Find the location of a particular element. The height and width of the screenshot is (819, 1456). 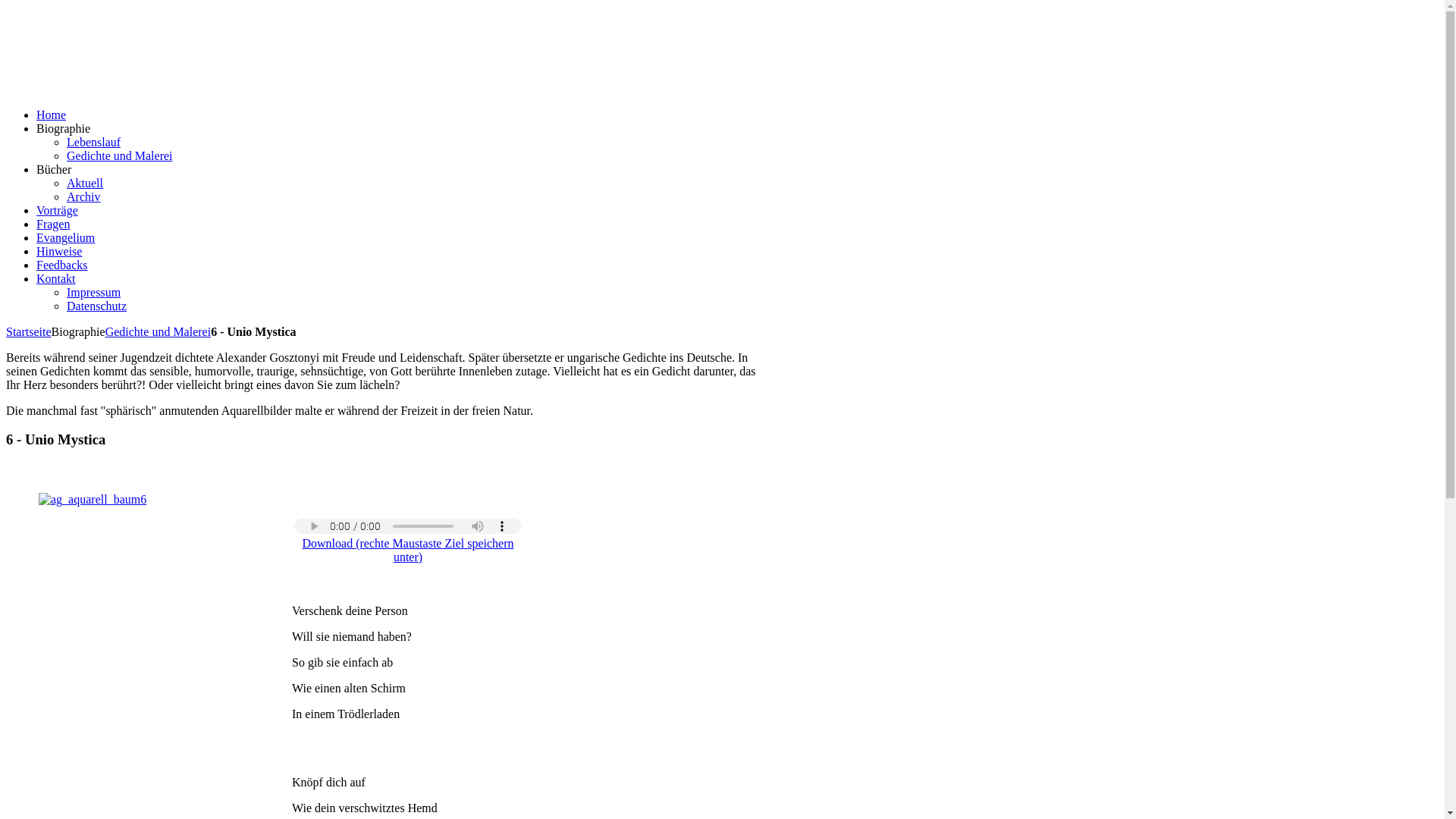

'<span class="sige_js_title">ag_aquarell_baum6</span>' is located at coordinates (91, 499).